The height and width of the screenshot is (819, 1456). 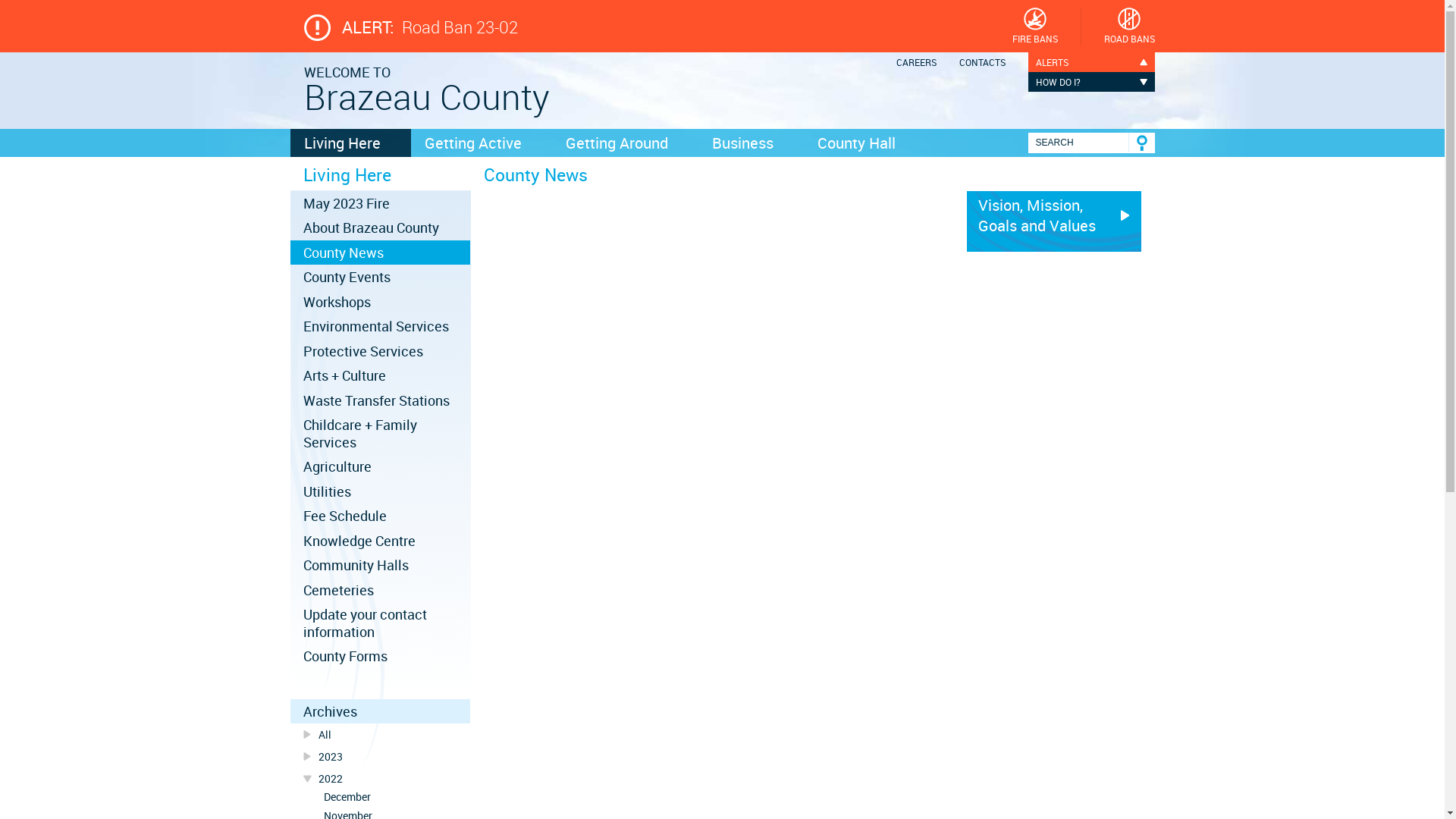 I want to click on 'Childcare + Family Services', so click(x=379, y=433).